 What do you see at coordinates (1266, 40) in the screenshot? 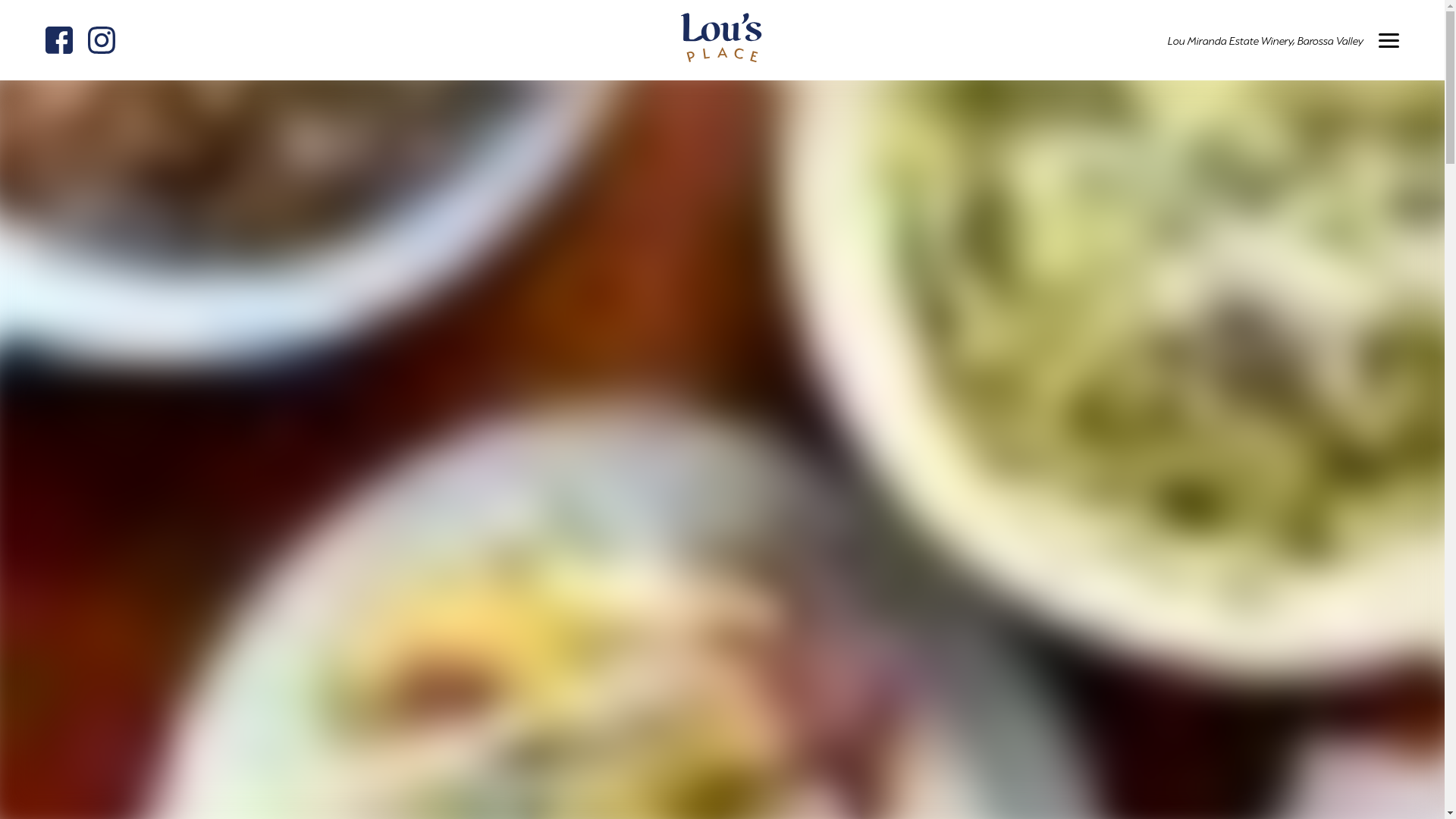
I see `'Lou Miranda Estate Winery,` at bounding box center [1266, 40].